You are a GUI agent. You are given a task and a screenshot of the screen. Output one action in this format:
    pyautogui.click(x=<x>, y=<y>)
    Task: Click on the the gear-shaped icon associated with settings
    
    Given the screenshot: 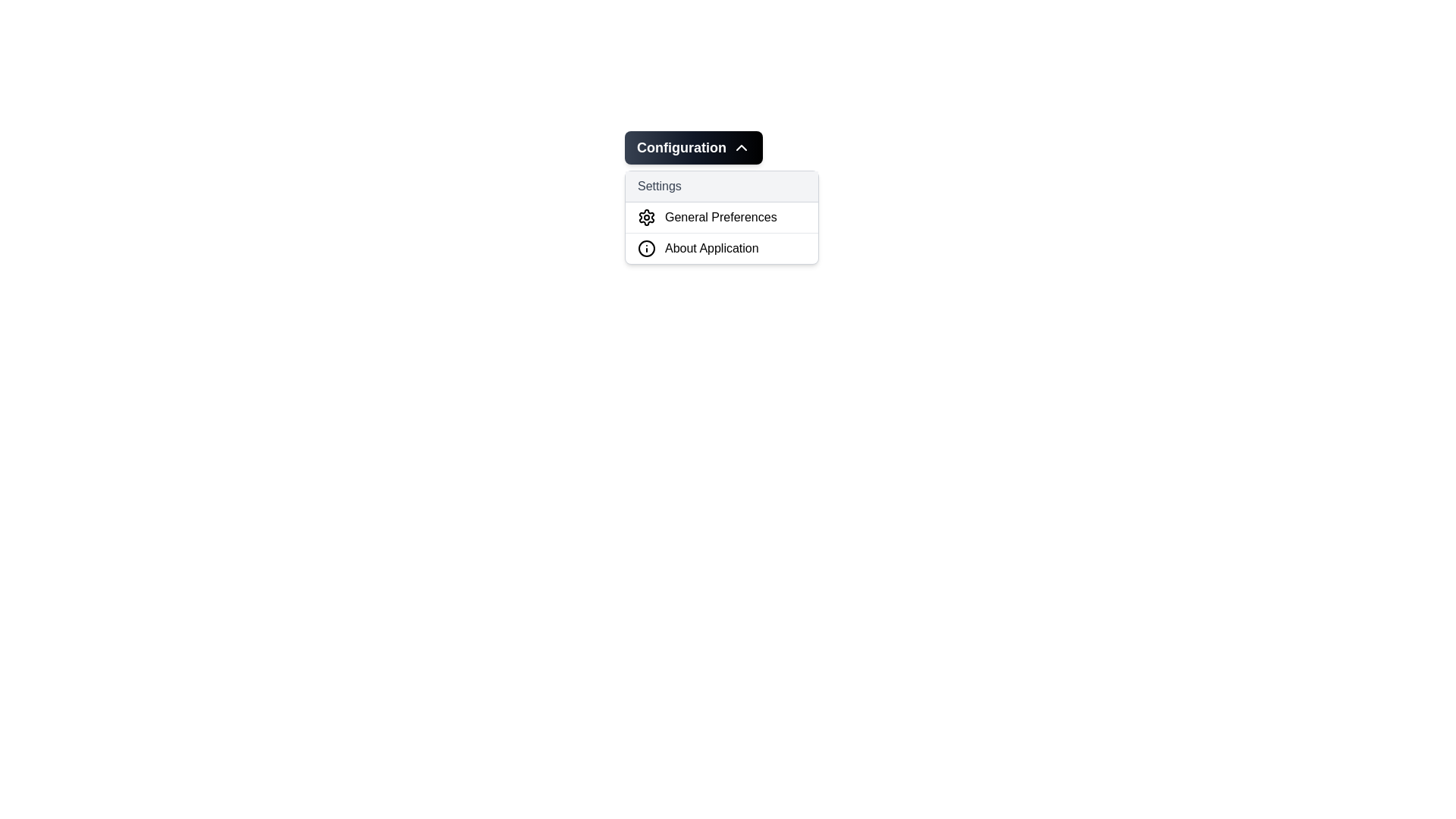 What is the action you would take?
    pyautogui.click(x=647, y=217)
    